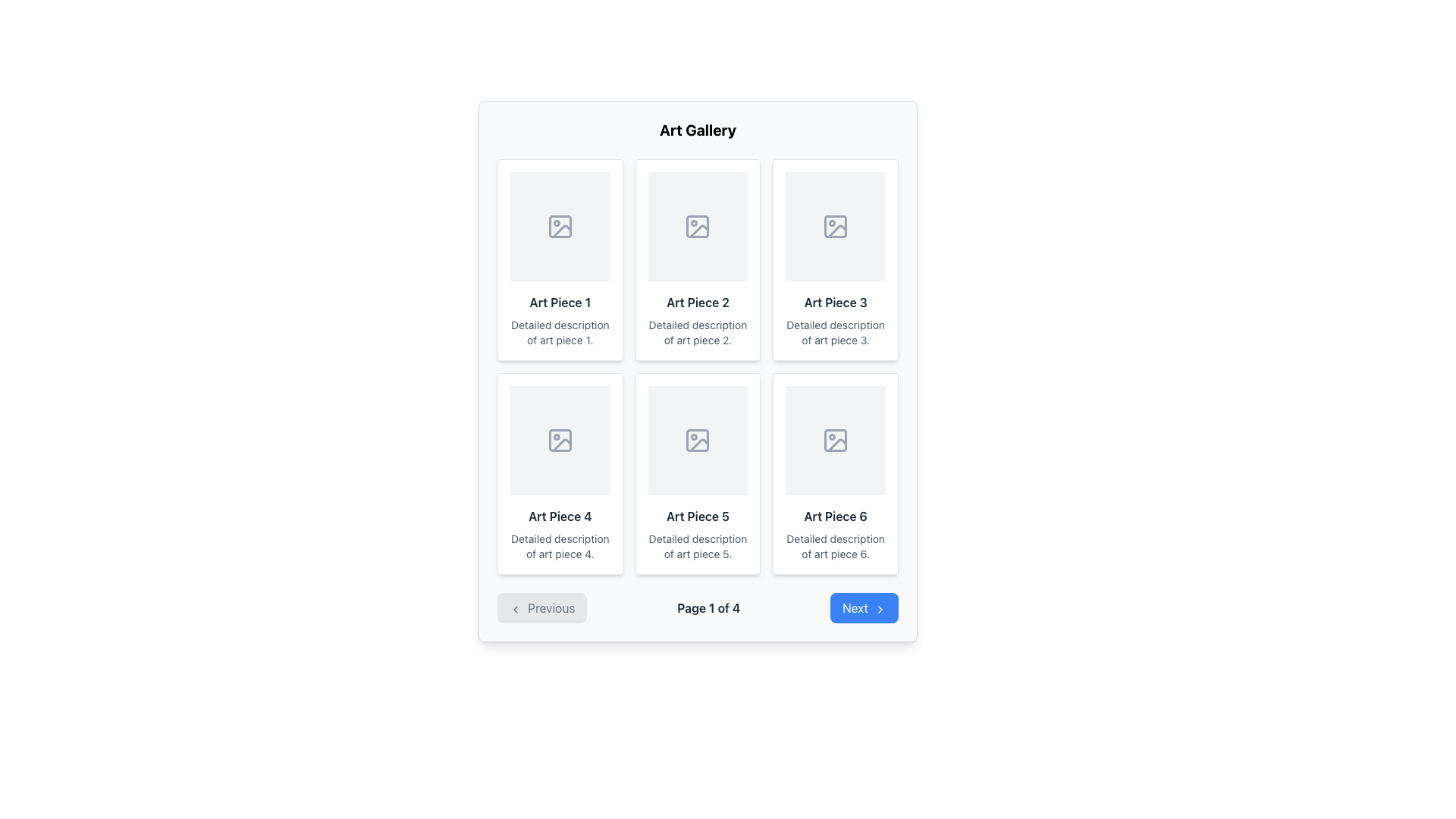  Describe the element at coordinates (559, 441) in the screenshot. I see `the decorative rectangle with rounded corners that is part of the icon in the fourth tile of the 2x3 grid layout on the 'Art Gallery' page` at that location.